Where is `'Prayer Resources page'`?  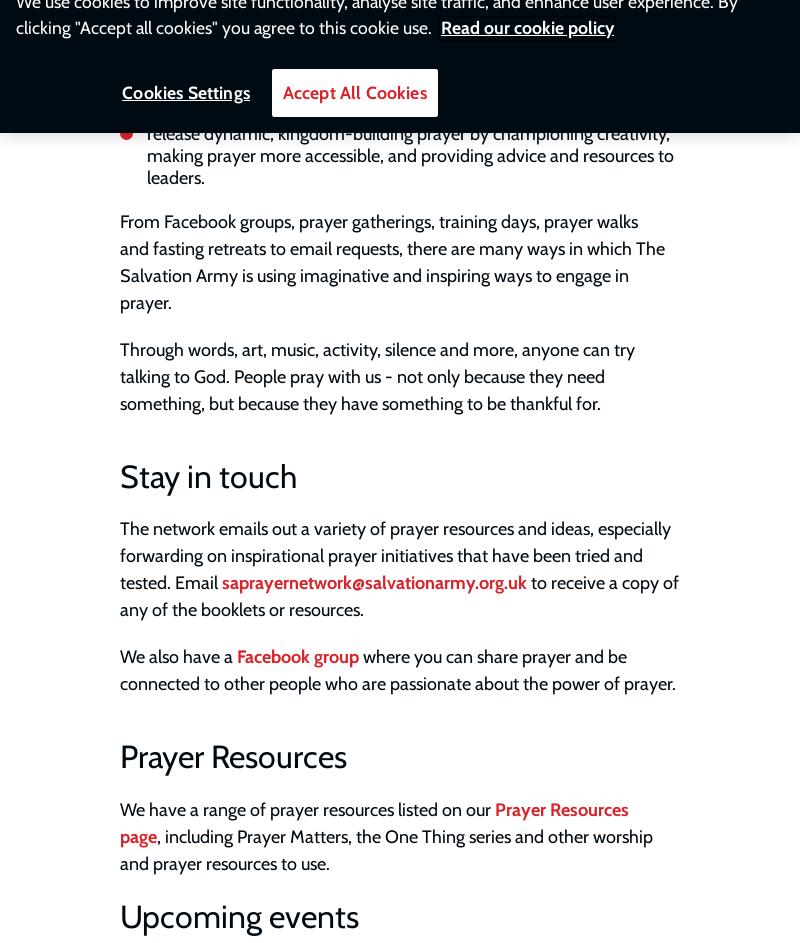
'Prayer Resources page' is located at coordinates (119, 821).